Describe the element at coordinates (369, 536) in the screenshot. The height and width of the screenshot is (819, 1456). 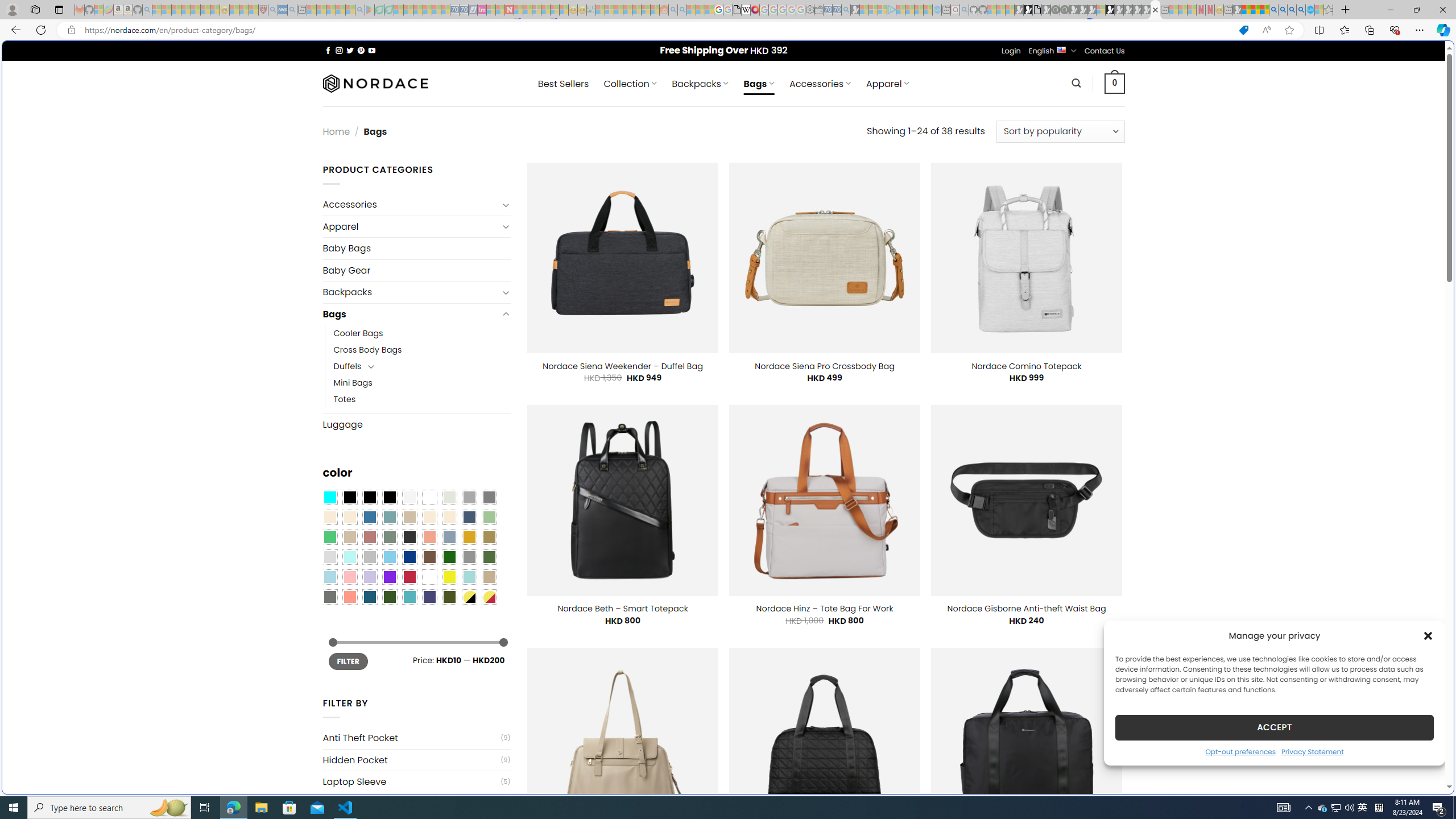
I see `'Rose'` at that location.